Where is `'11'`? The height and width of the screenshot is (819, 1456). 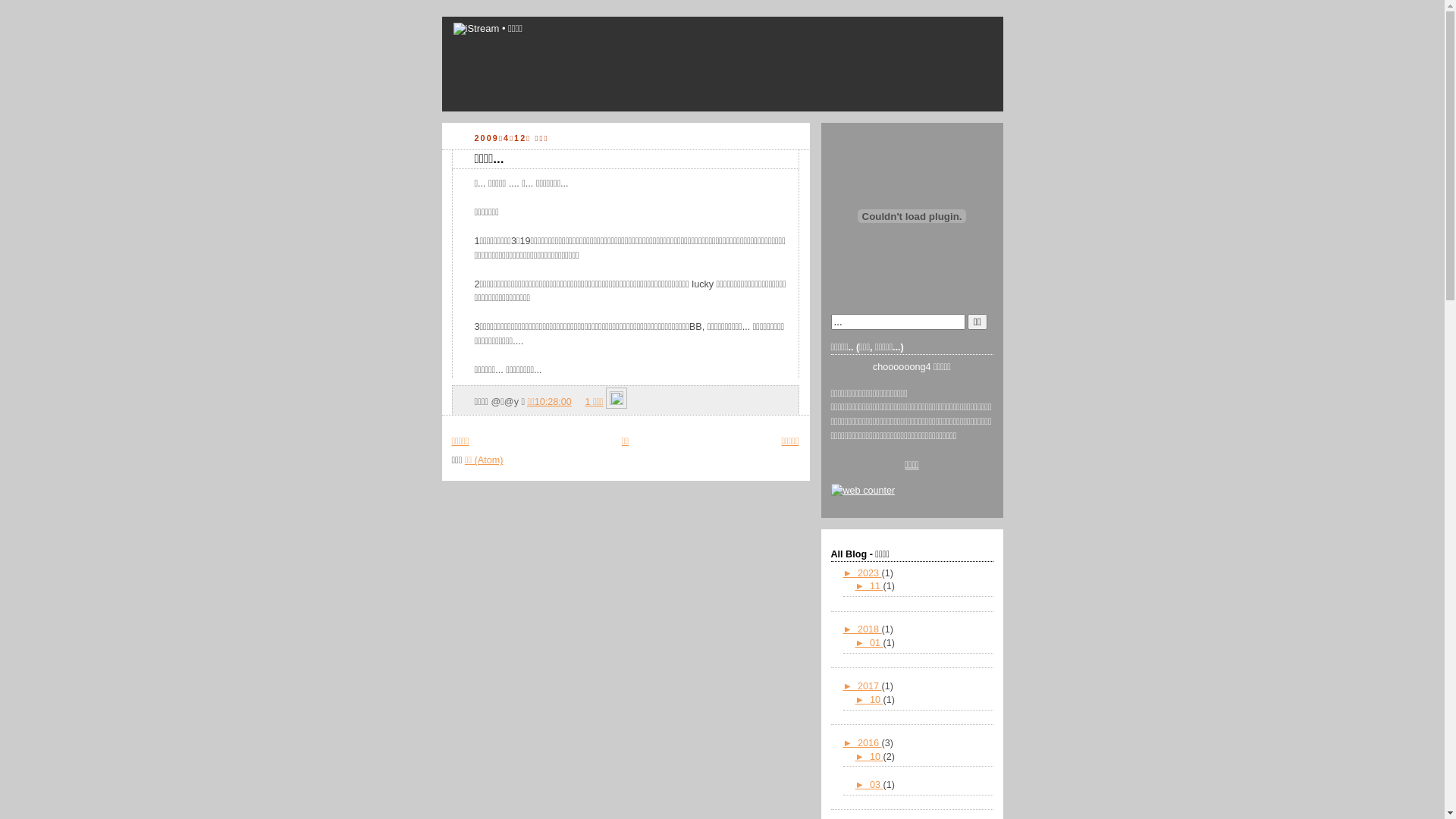 '11' is located at coordinates (877, 585).